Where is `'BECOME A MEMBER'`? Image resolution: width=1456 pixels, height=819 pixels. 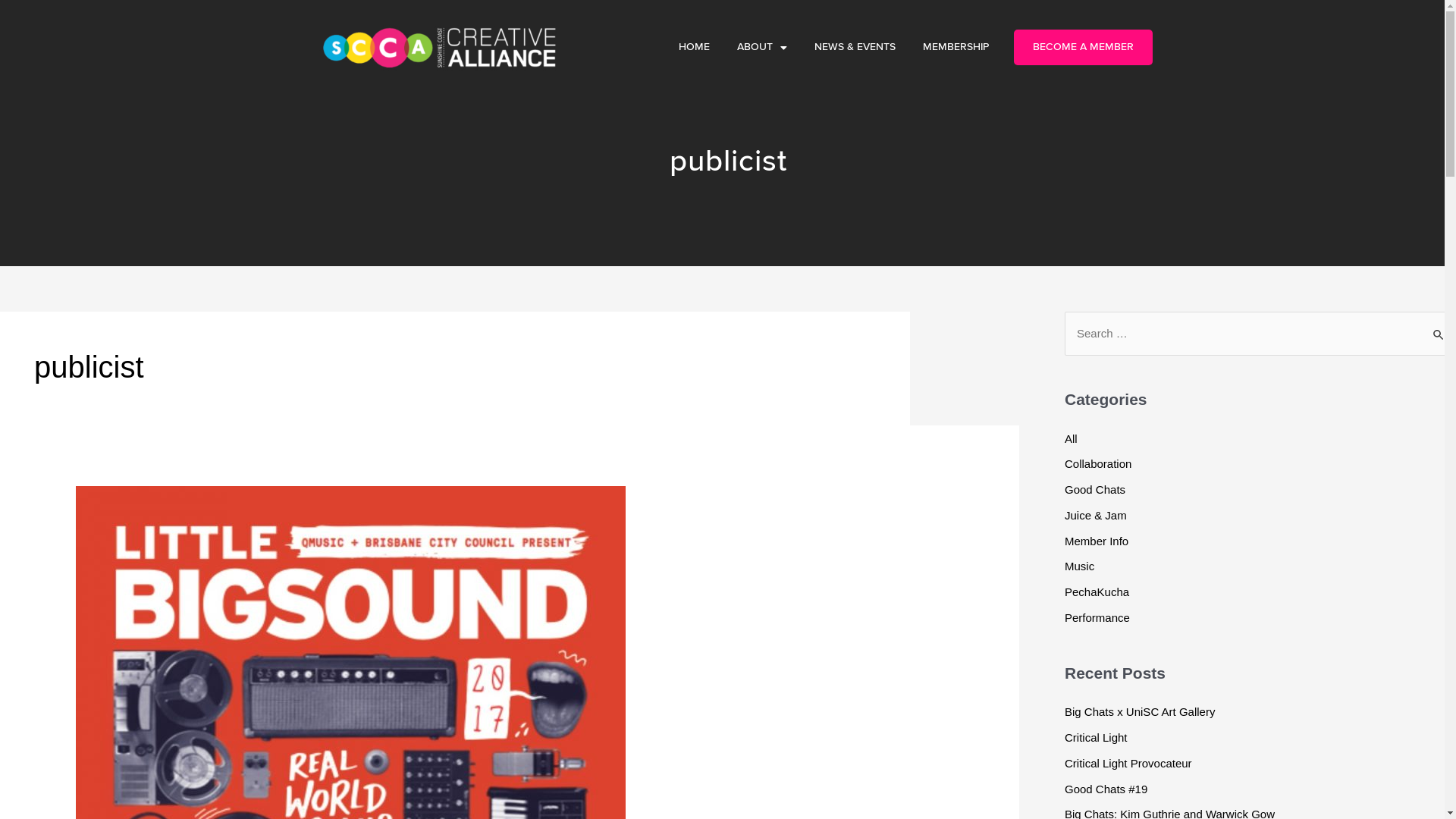 'BECOME A MEMBER' is located at coordinates (1082, 46).